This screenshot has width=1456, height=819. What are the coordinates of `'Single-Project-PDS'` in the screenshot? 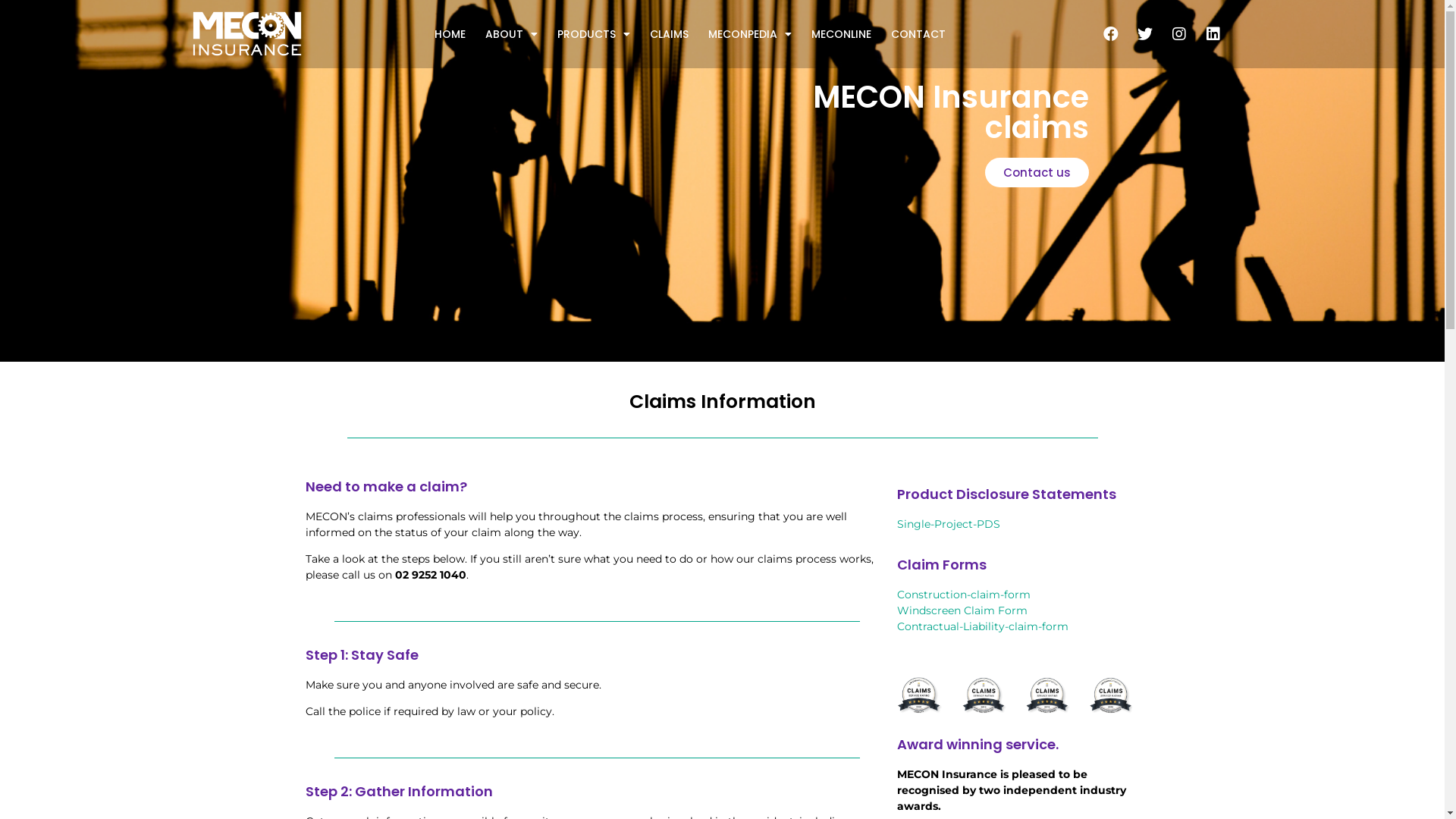 It's located at (896, 522).